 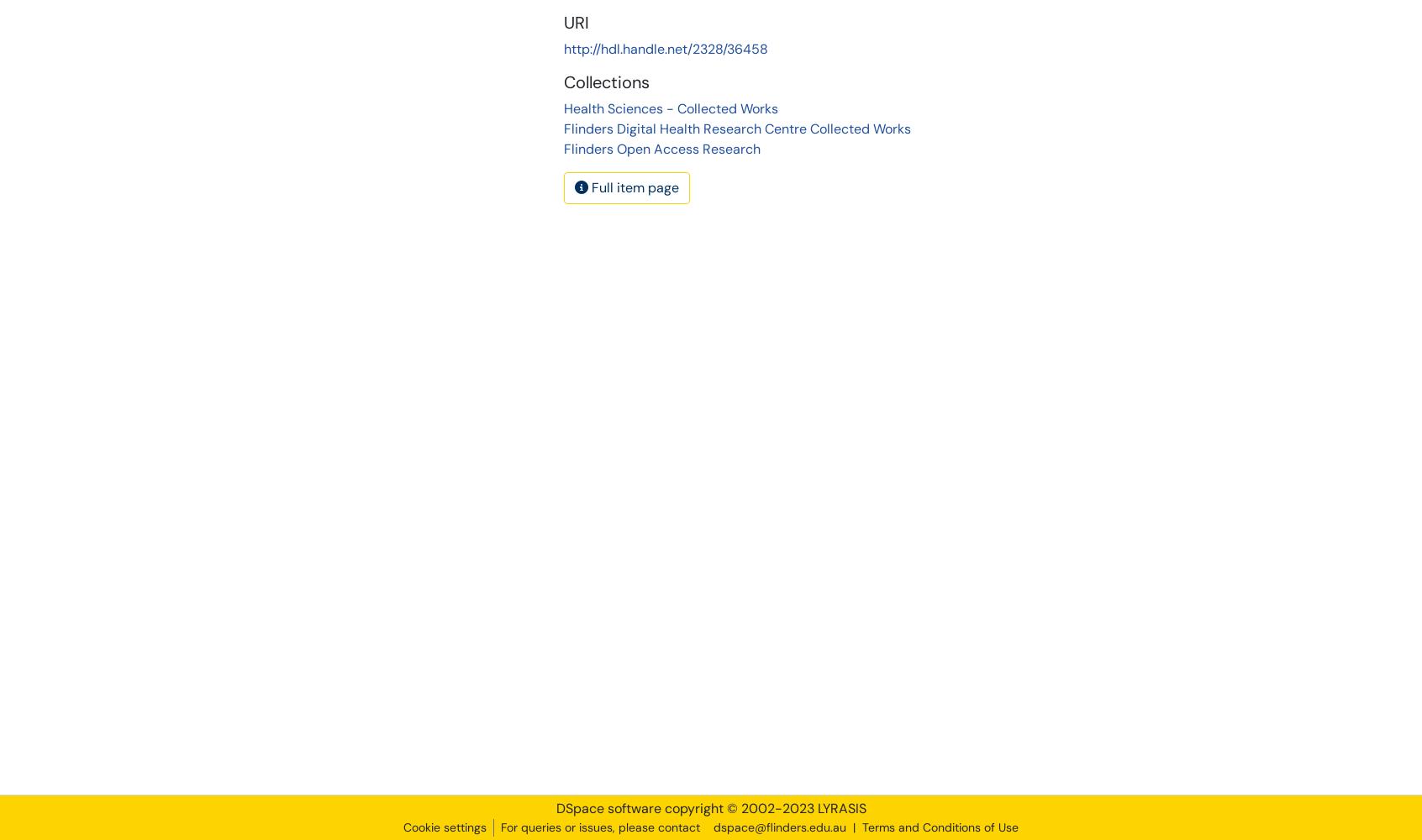 What do you see at coordinates (445, 827) in the screenshot?
I see `'Cookie settings'` at bounding box center [445, 827].